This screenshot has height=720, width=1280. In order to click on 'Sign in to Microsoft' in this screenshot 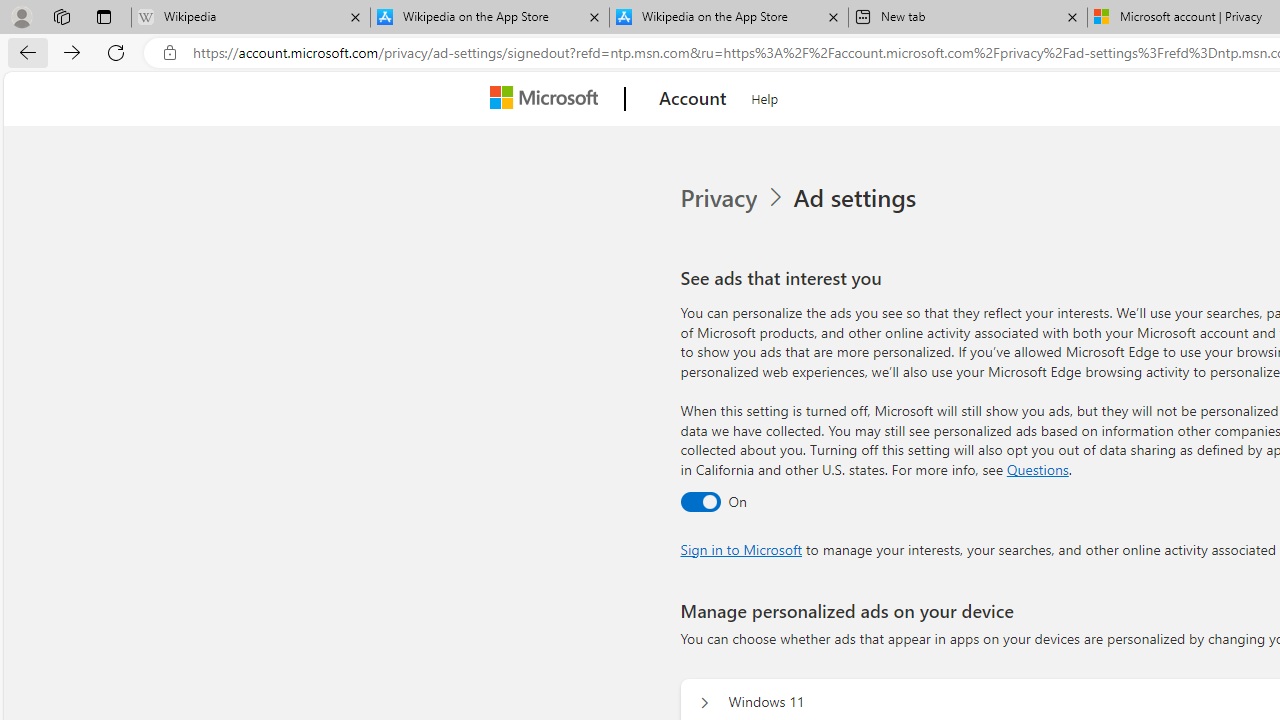, I will do `click(740, 549)`.